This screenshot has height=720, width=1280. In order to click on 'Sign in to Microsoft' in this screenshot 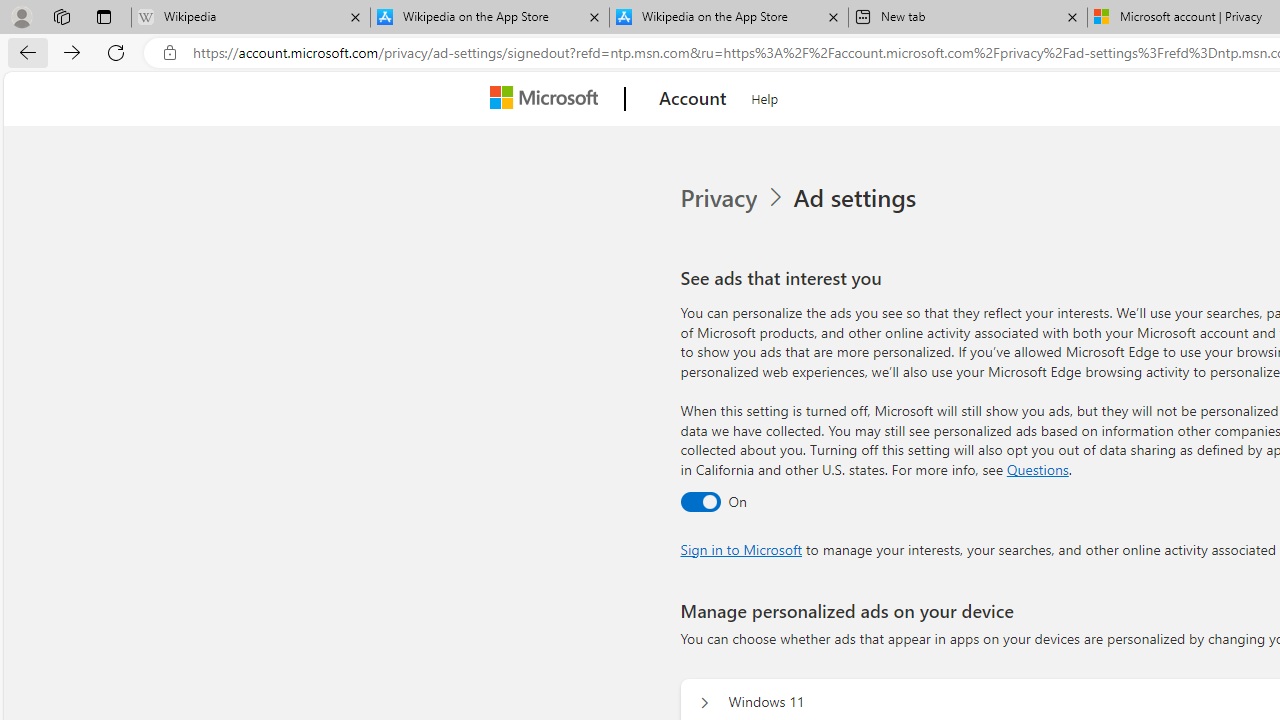, I will do `click(740, 549)`.